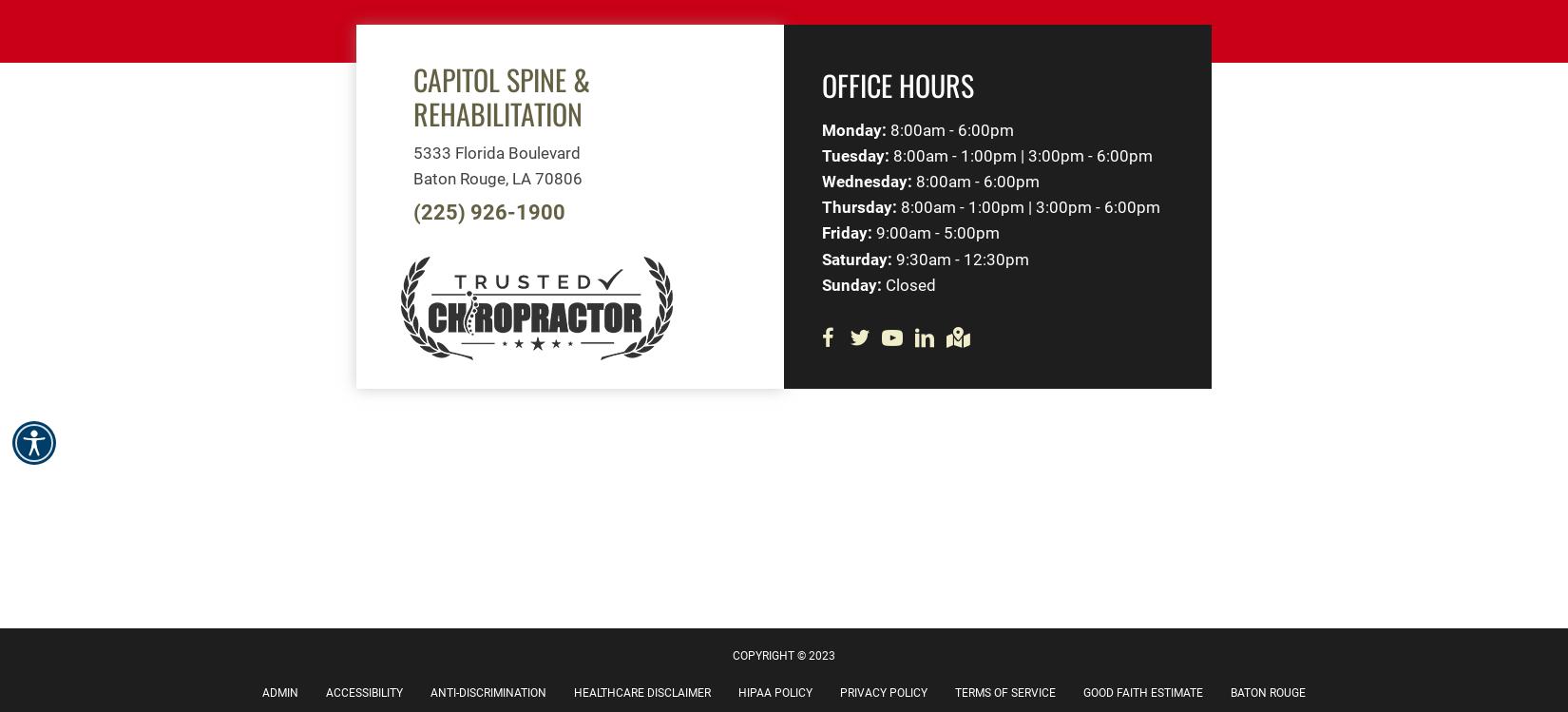 This screenshot has height=712, width=1568. What do you see at coordinates (857, 258) in the screenshot?
I see `'Saturday:'` at bounding box center [857, 258].